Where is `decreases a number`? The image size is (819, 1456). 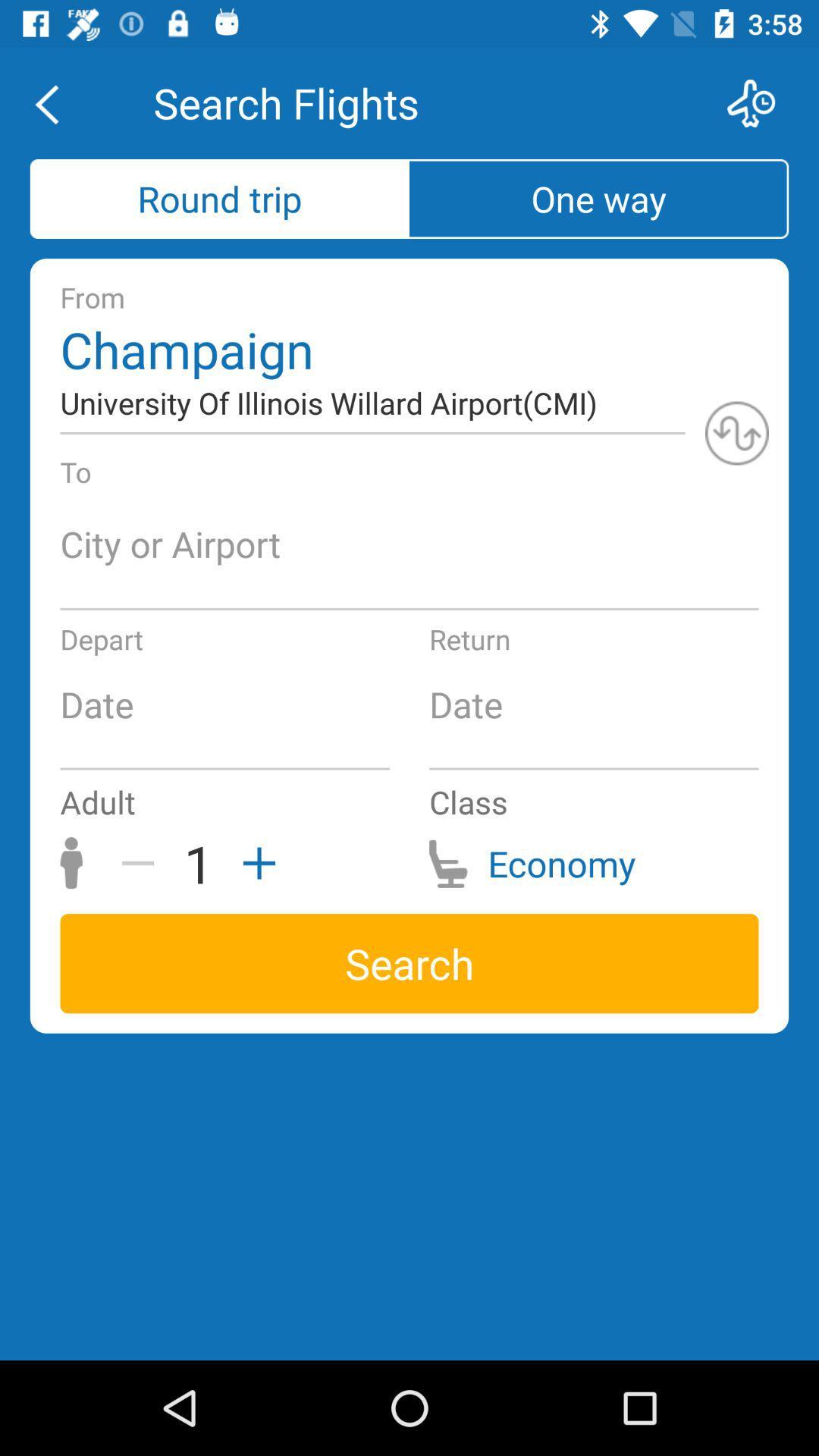
decreases a number is located at coordinates (143, 863).